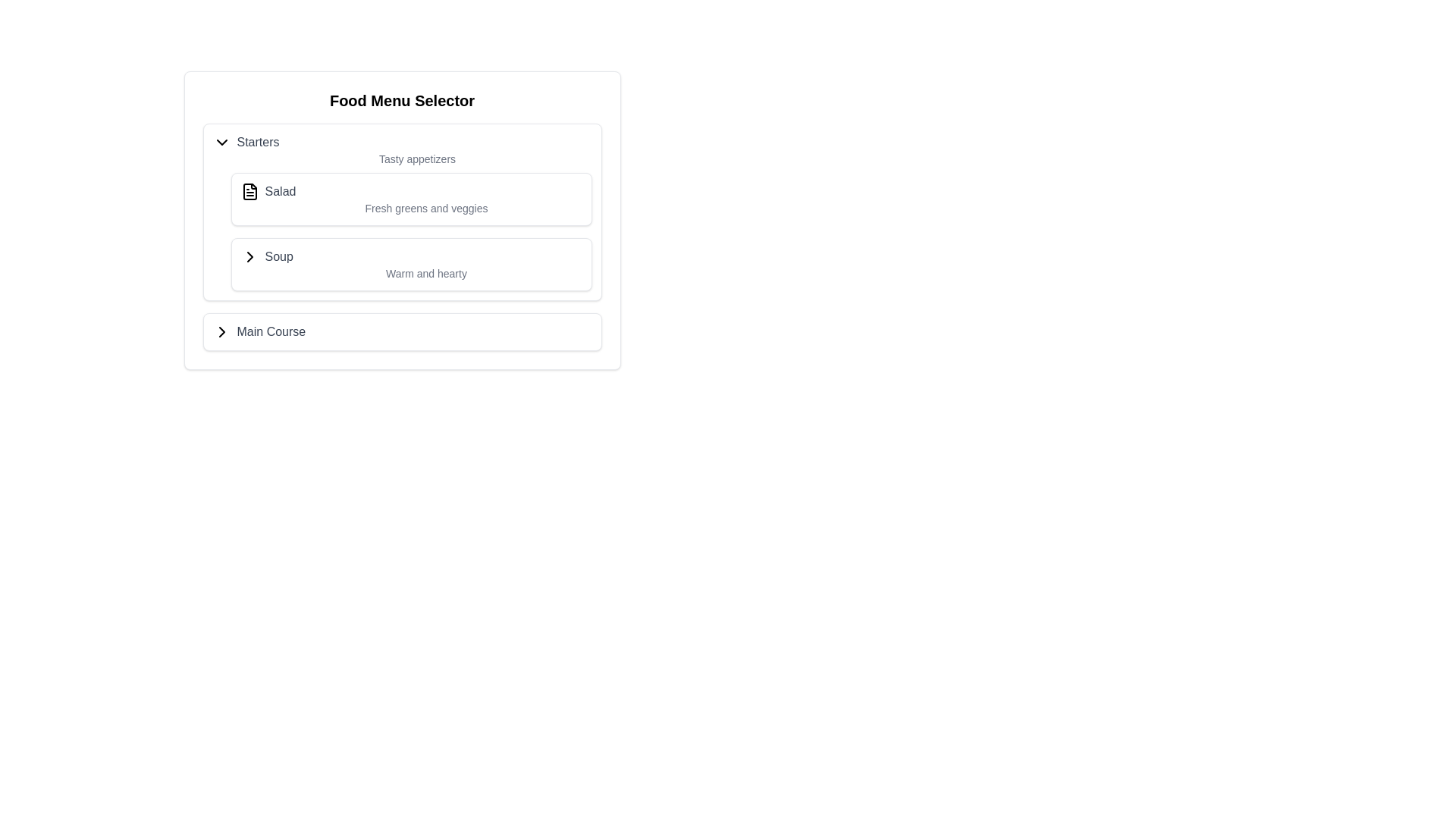 The width and height of the screenshot is (1456, 819). What do you see at coordinates (249, 256) in the screenshot?
I see `the icon indicating the availability of additional submenu items, located in the bottom-right corner of the 'Main Course' section header` at bounding box center [249, 256].